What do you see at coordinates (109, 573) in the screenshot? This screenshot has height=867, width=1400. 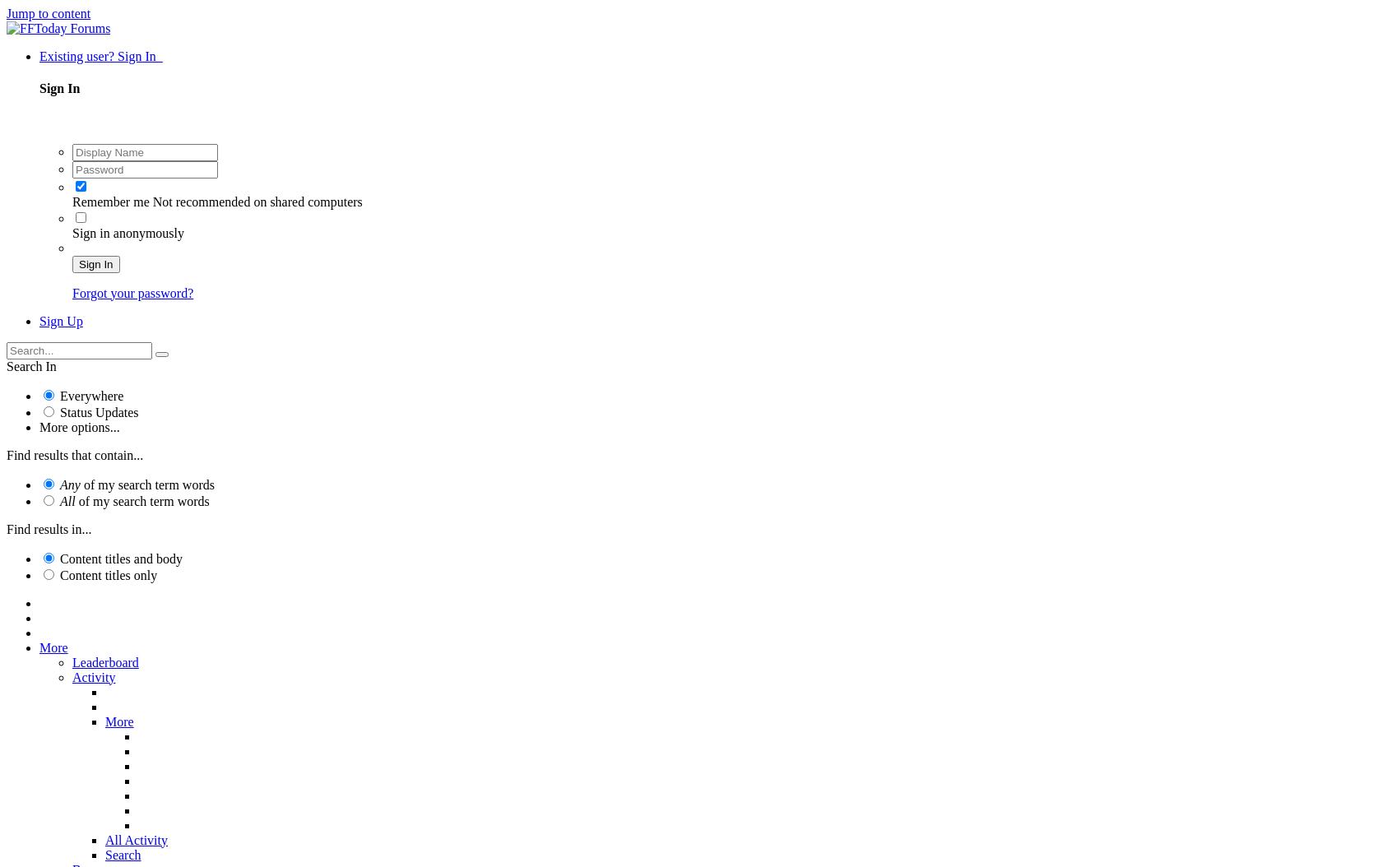 I see `'Content titles only'` at bounding box center [109, 573].